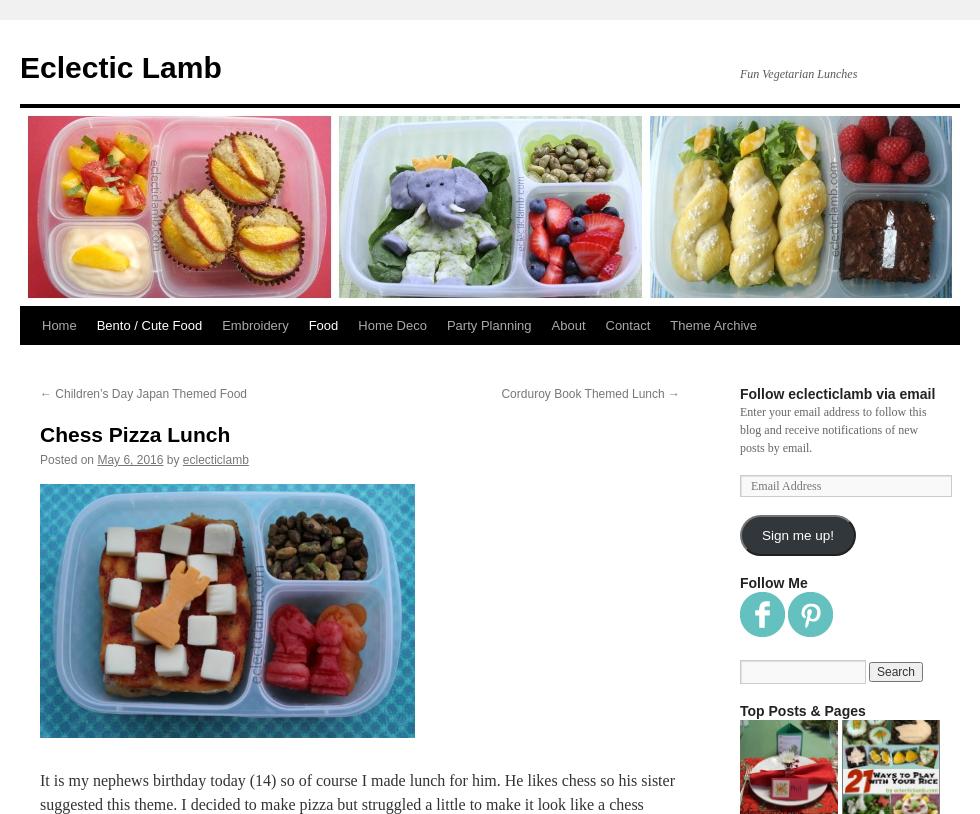 Image resolution: width=980 pixels, height=814 pixels. Describe the element at coordinates (739, 429) in the screenshot. I see `'Enter your email address to follow this blog and receive notifications of new posts by email.'` at that location.